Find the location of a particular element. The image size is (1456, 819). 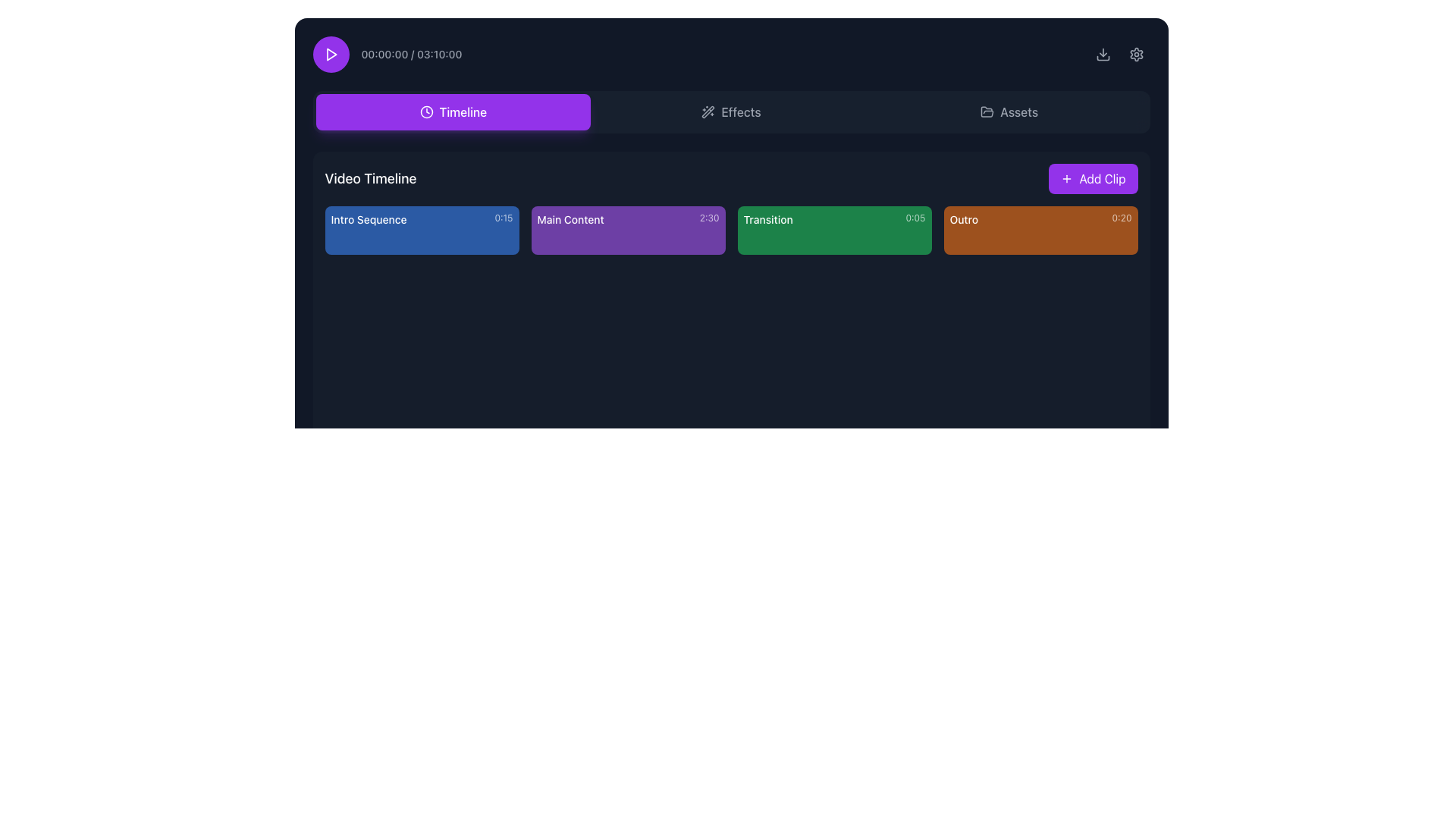

the purple plus sign icon within the 'Add Clip' button located in the top-right part of the main content area is located at coordinates (1066, 177).